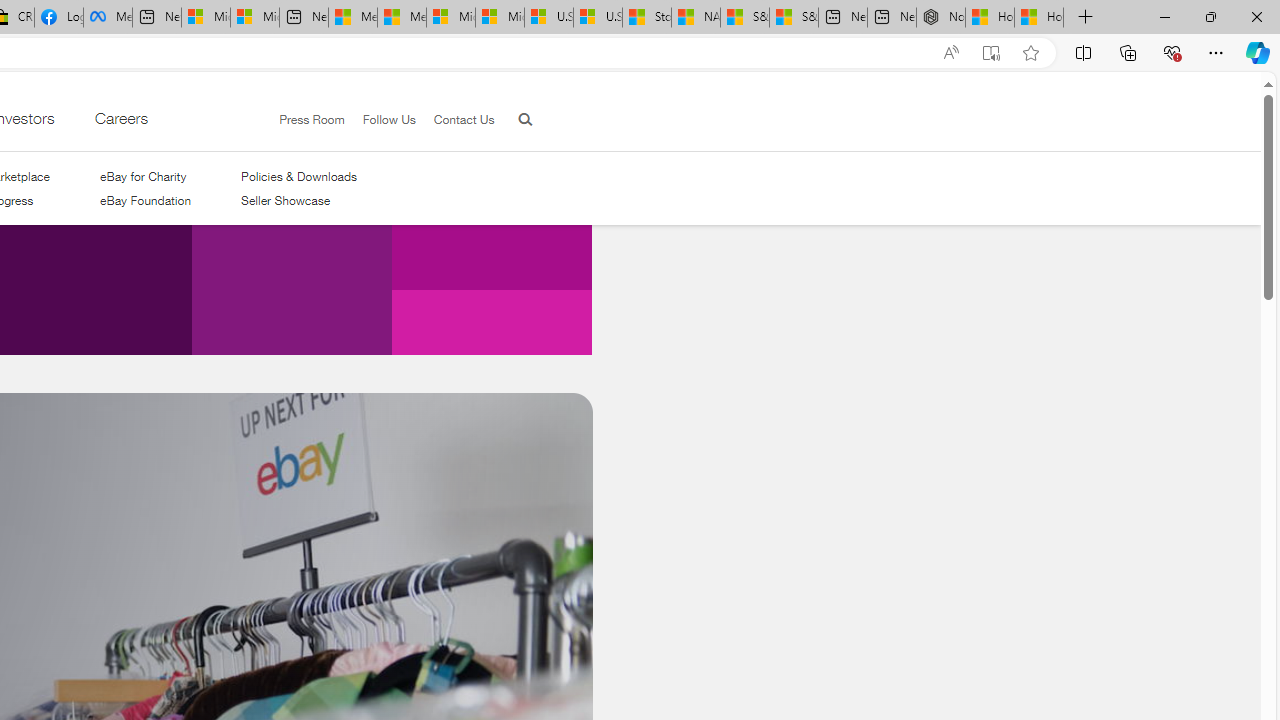  I want to click on 'Log into Facebook', so click(58, 17).